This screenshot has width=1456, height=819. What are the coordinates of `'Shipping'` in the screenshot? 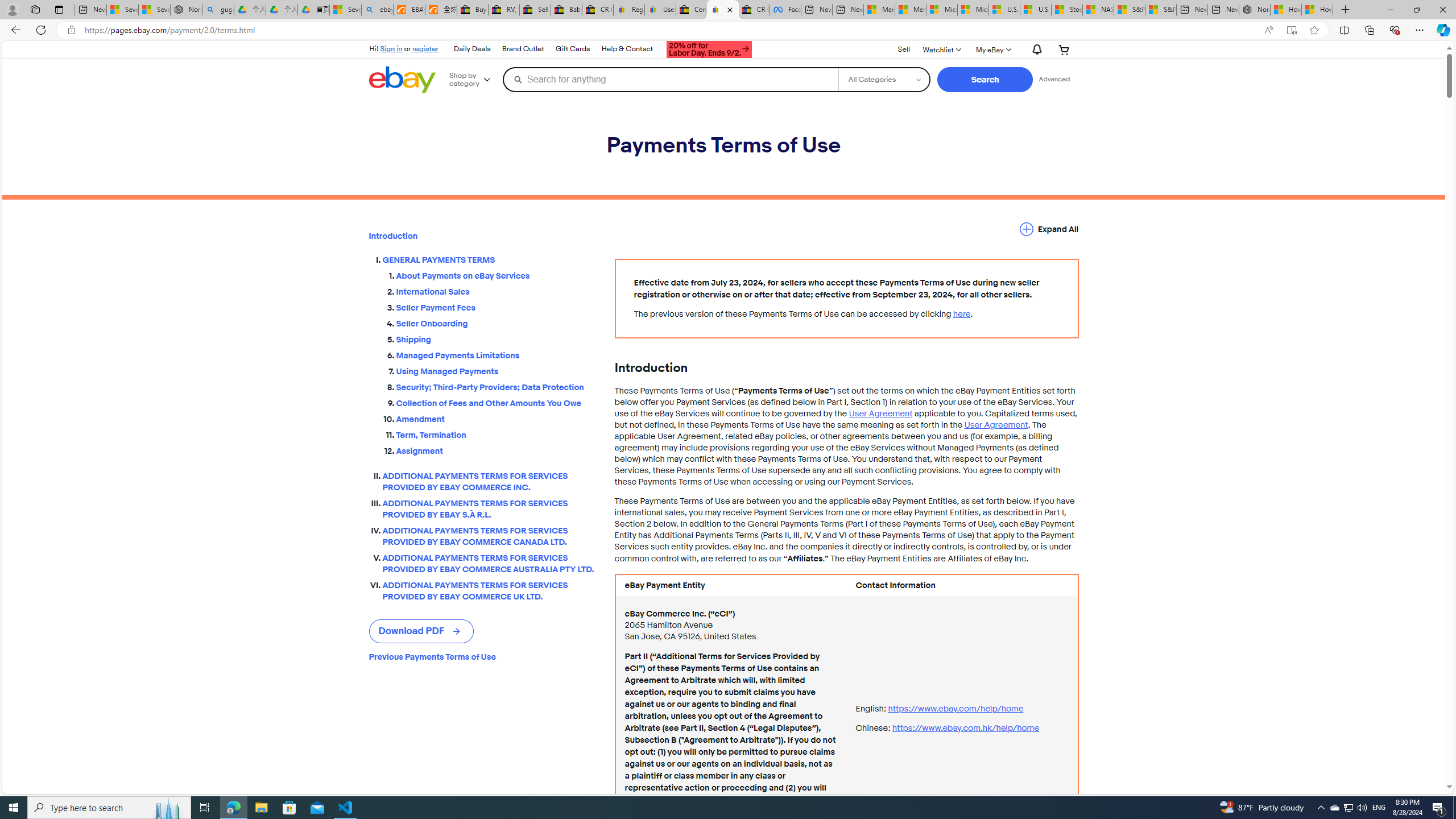 It's located at (496, 337).